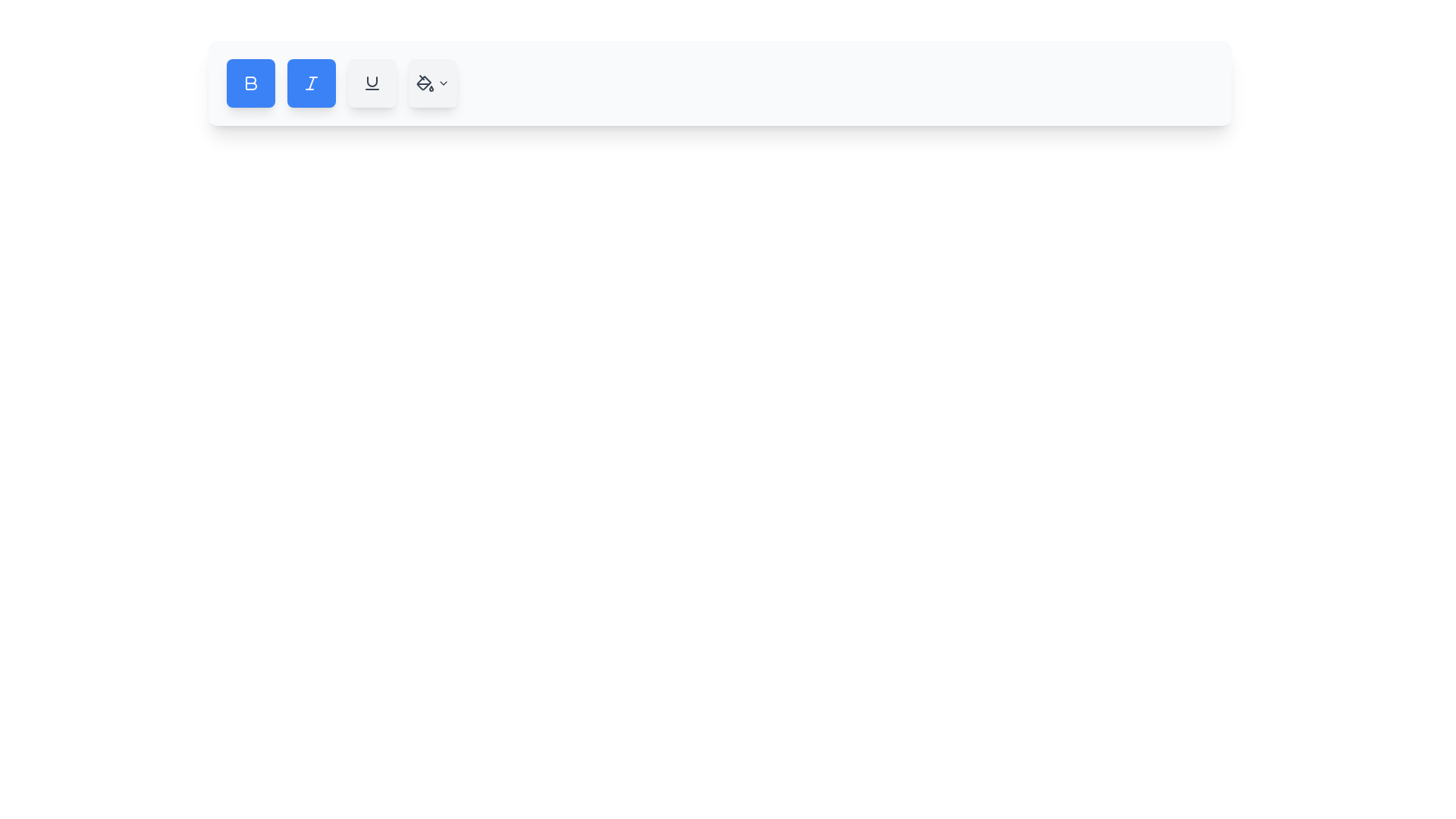 This screenshot has width=1456, height=819. What do you see at coordinates (311, 83) in the screenshot?
I see `the italic formatting button, which is the second in a horizontal sequence of stylistic controls` at bounding box center [311, 83].